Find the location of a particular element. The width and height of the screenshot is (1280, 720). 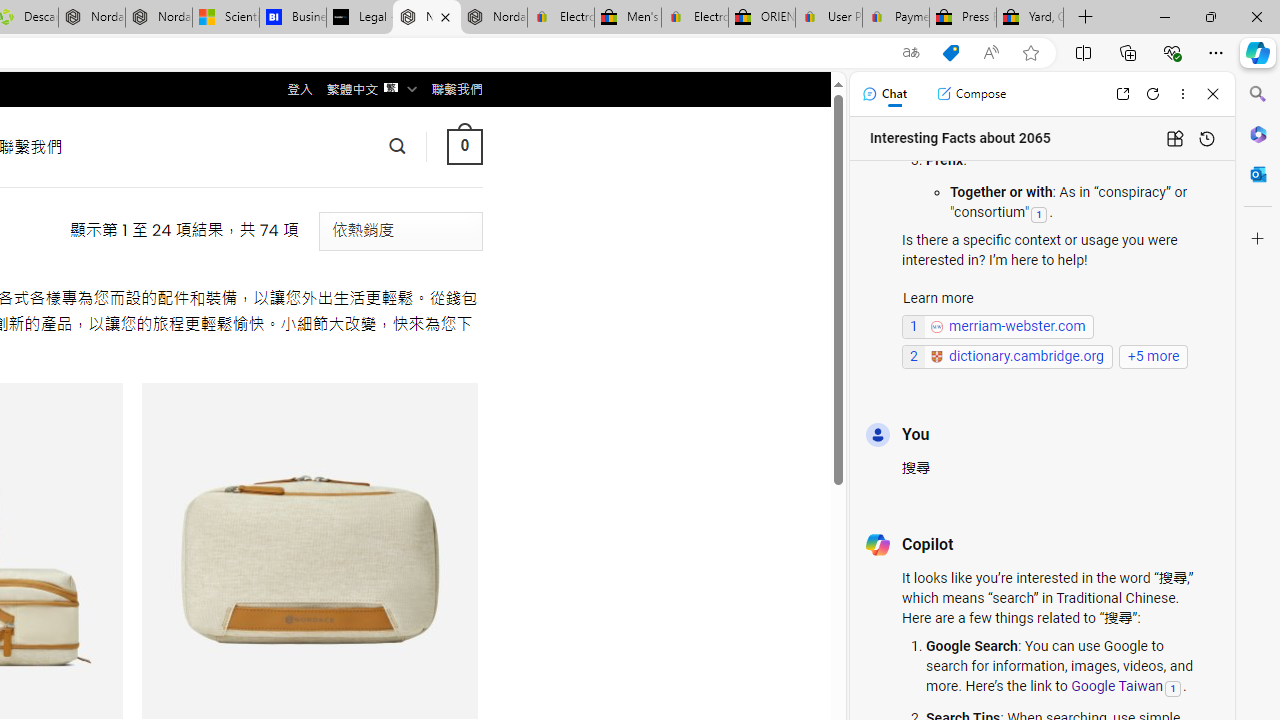

'This site has coupons! Shopping in Microsoft Edge' is located at coordinates (950, 52).